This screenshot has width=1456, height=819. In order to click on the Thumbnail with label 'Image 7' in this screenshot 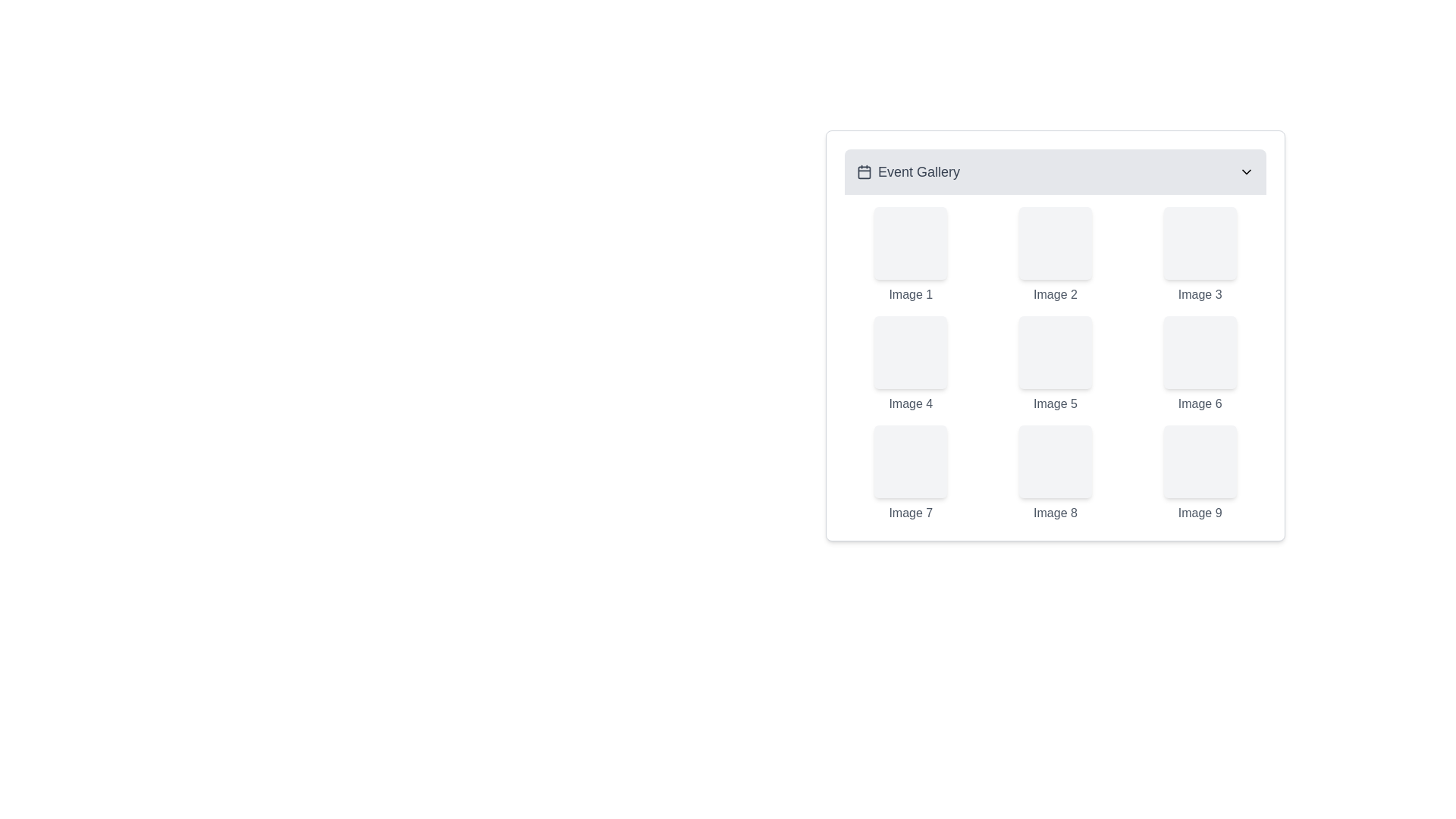, I will do `click(910, 472)`.